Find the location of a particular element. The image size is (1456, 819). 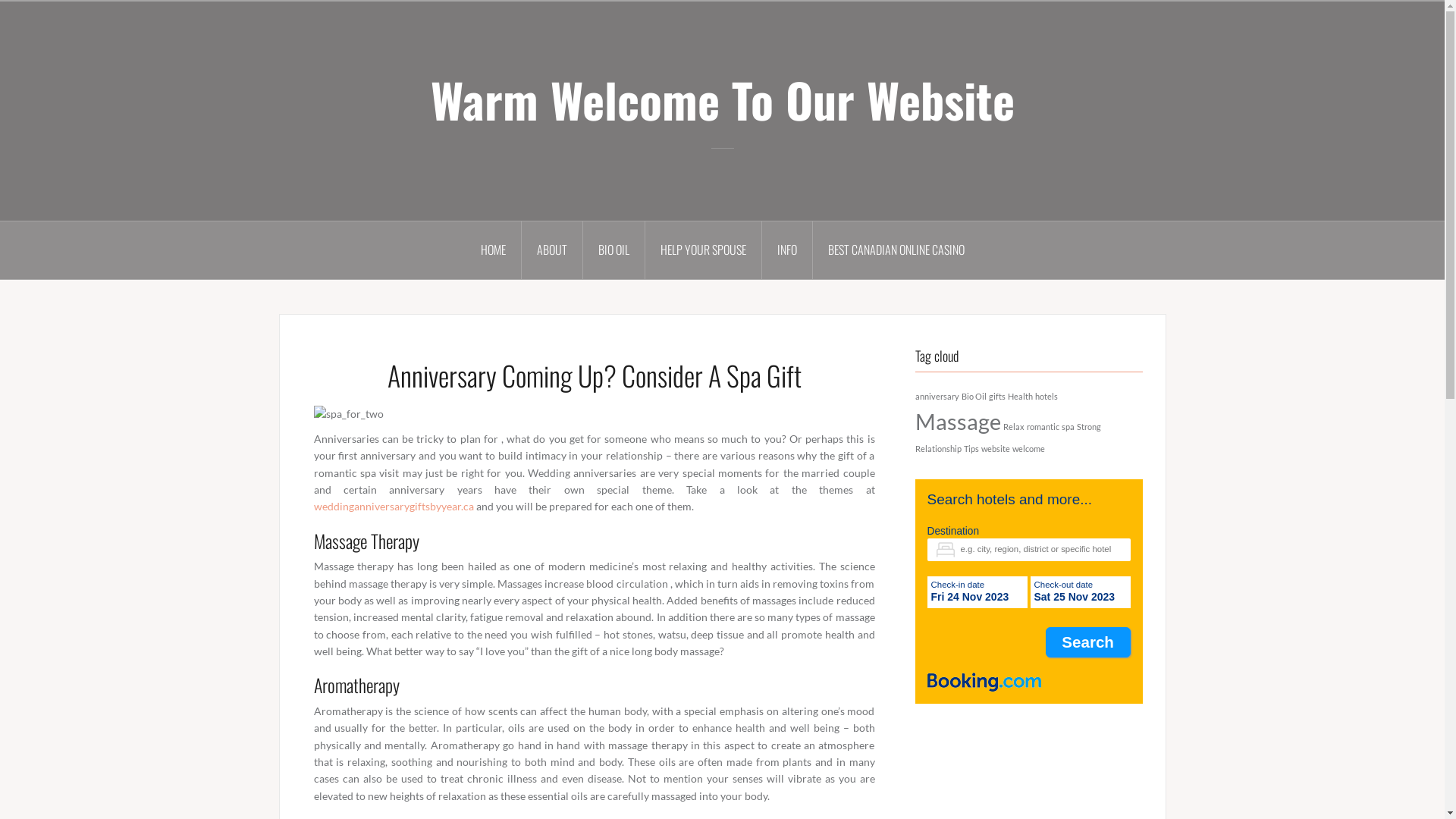

'ABOUT' is located at coordinates (521, 249).